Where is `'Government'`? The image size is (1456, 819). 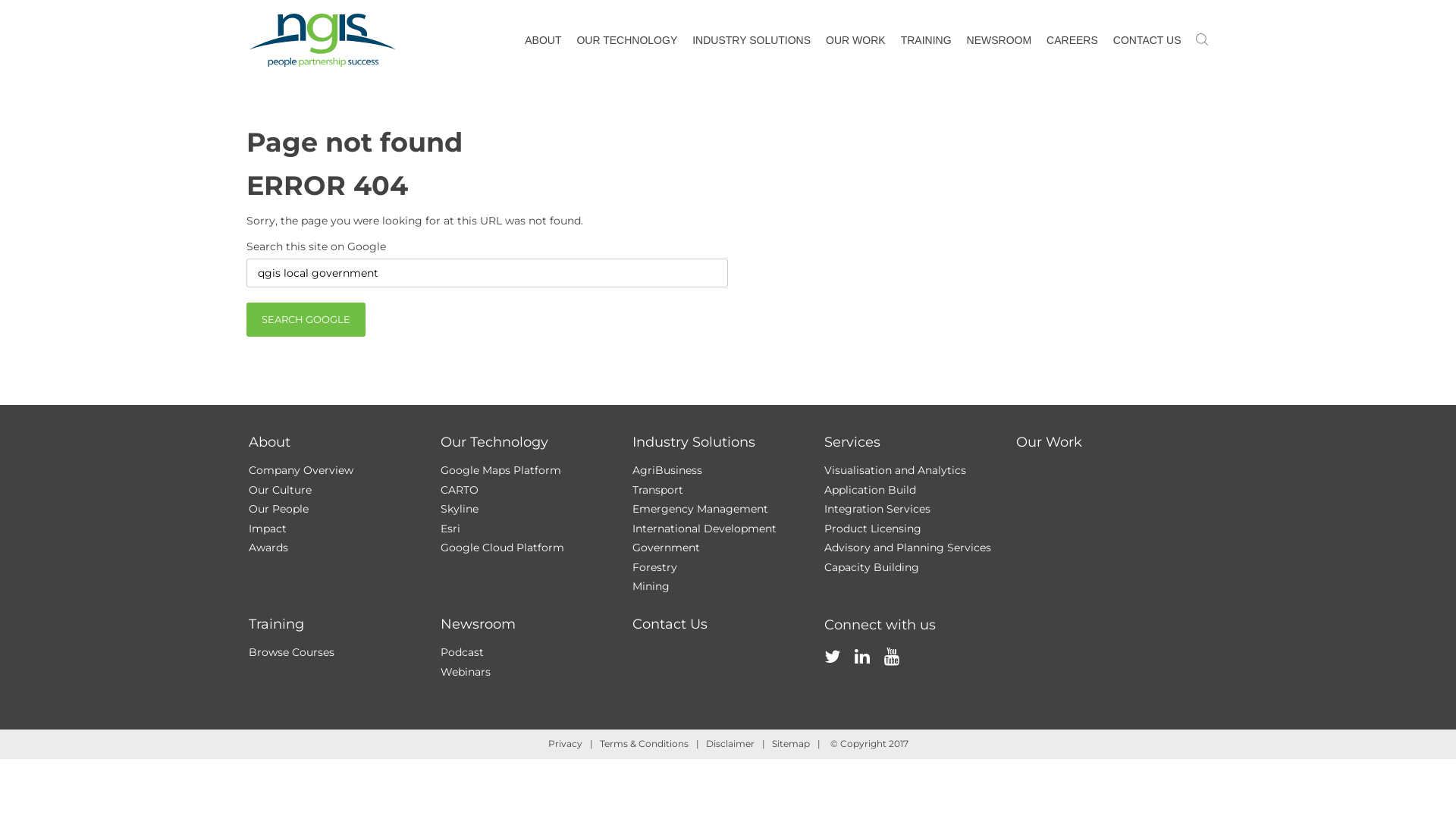
'Government' is located at coordinates (666, 547).